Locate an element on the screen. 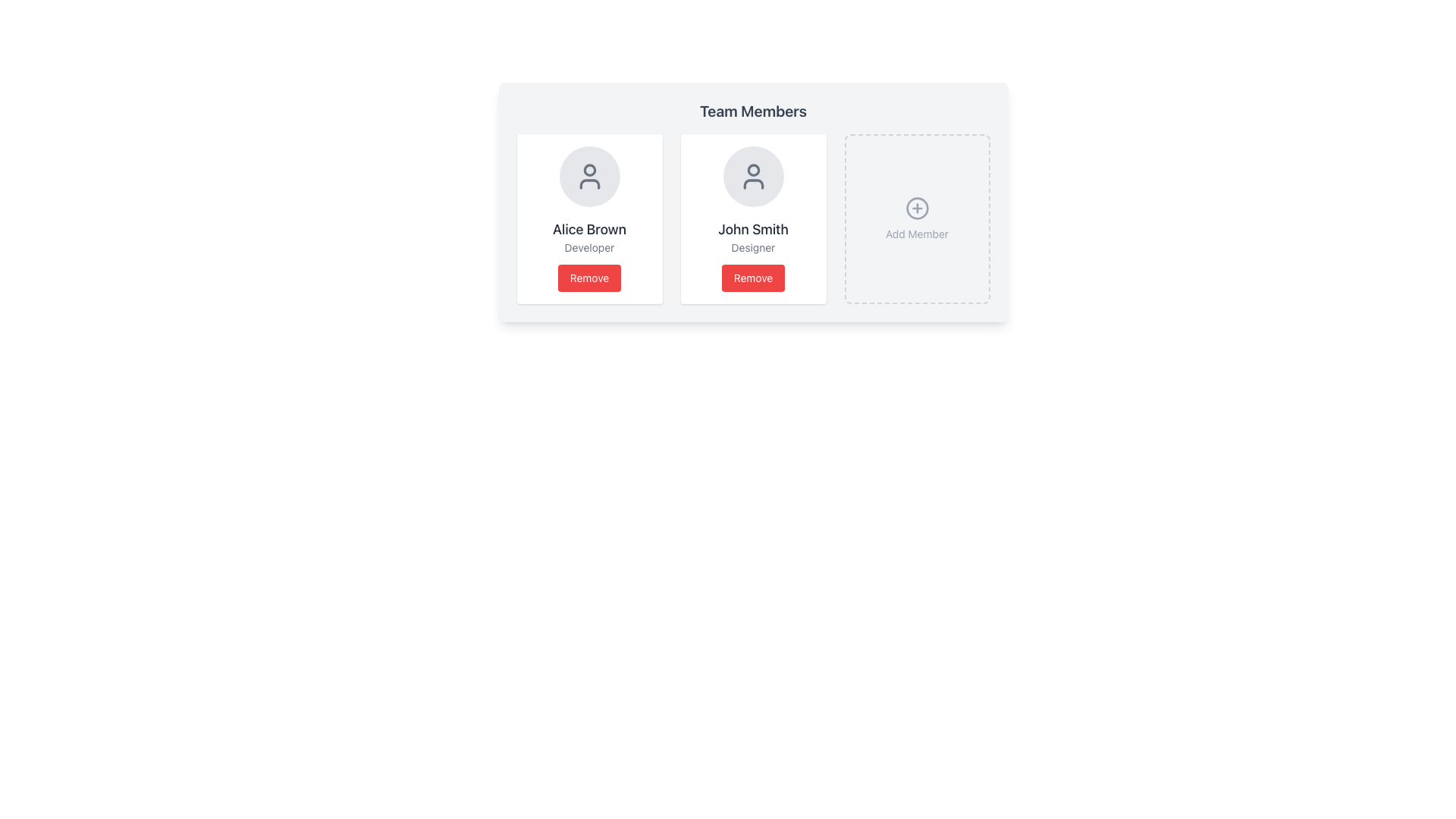  the static text display showing the name 'Alice Brown' in the user profile card within the team management interface is located at coordinates (588, 230).